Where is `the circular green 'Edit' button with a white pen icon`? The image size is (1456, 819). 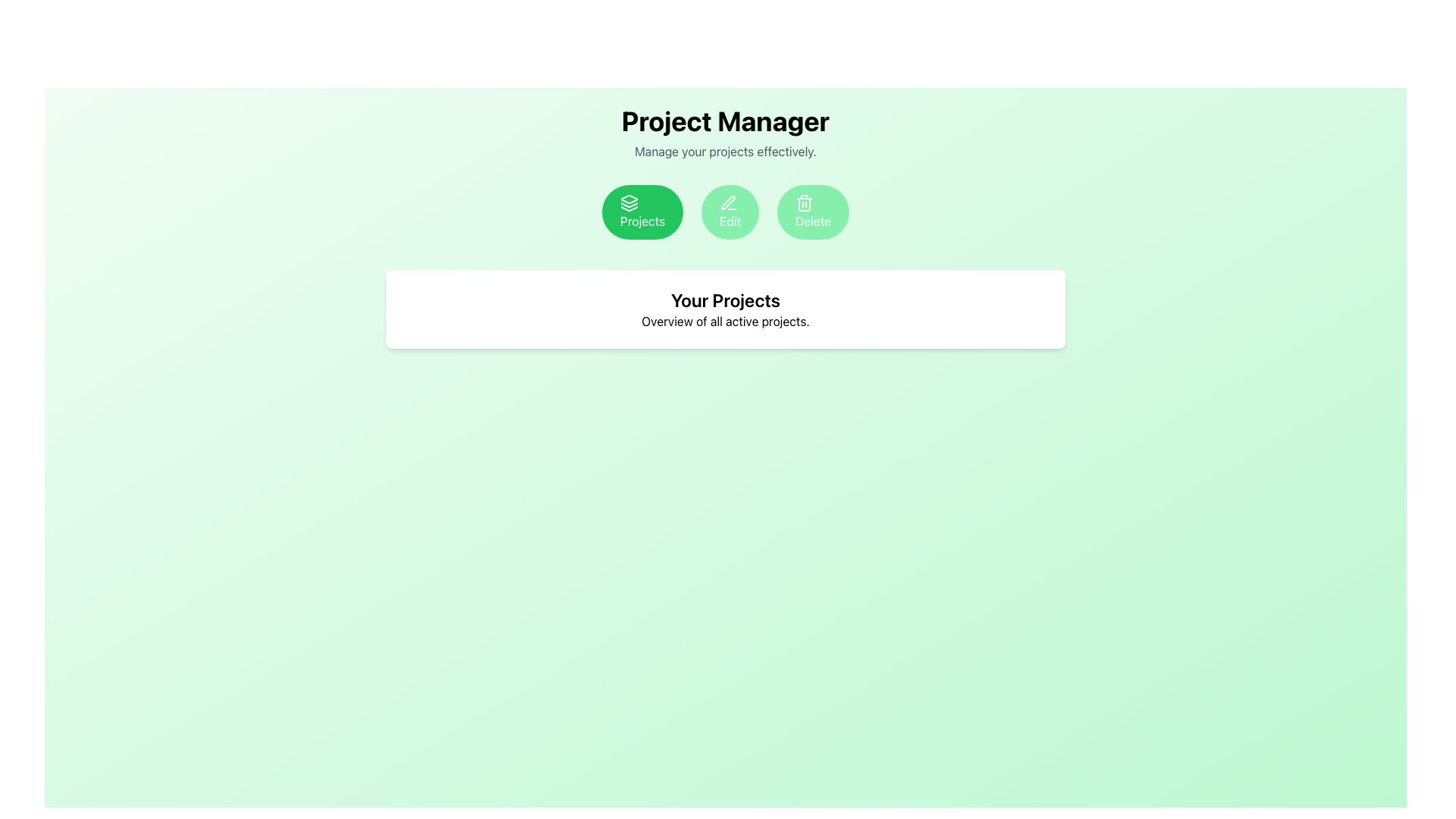
the circular green 'Edit' button with a white pen icon is located at coordinates (730, 212).